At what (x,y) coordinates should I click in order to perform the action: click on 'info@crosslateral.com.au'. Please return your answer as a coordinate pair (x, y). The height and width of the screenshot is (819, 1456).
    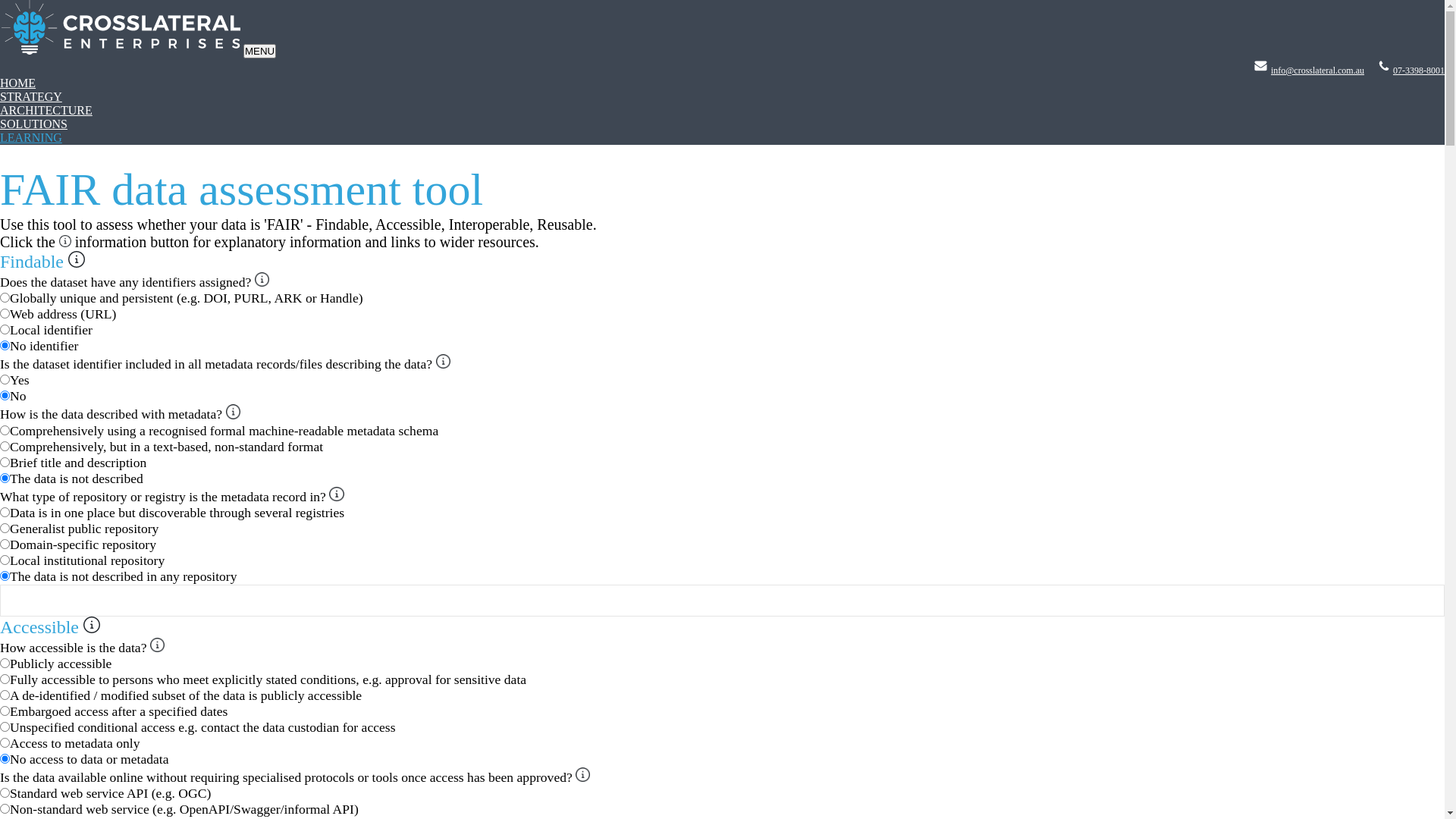
    Looking at the image, I should click on (1316, 70).